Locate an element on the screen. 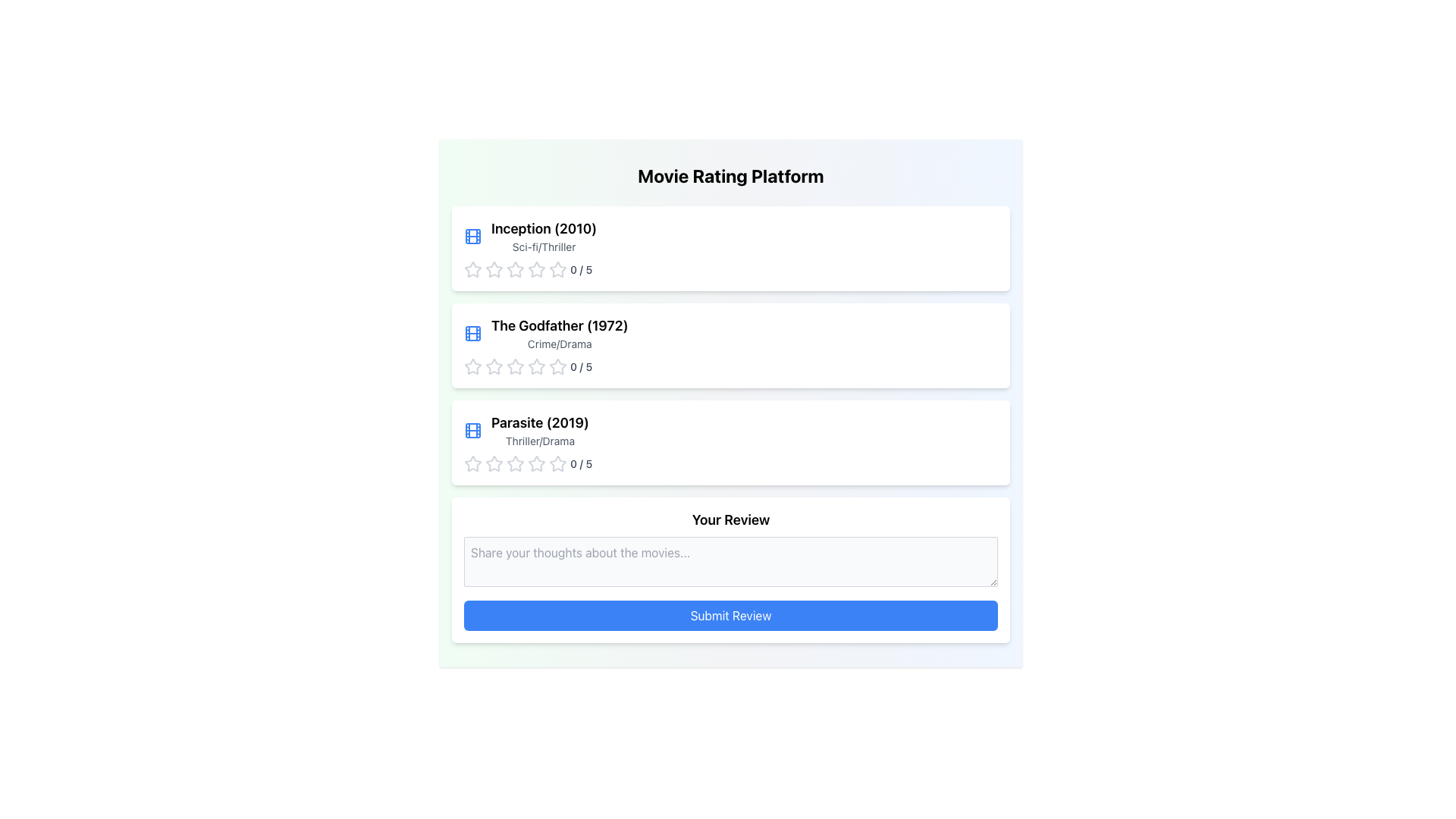  the fourth star rating icon for the movie 'Inception (2010)' to trigger a visual cue is located at coordinates (516, 268).